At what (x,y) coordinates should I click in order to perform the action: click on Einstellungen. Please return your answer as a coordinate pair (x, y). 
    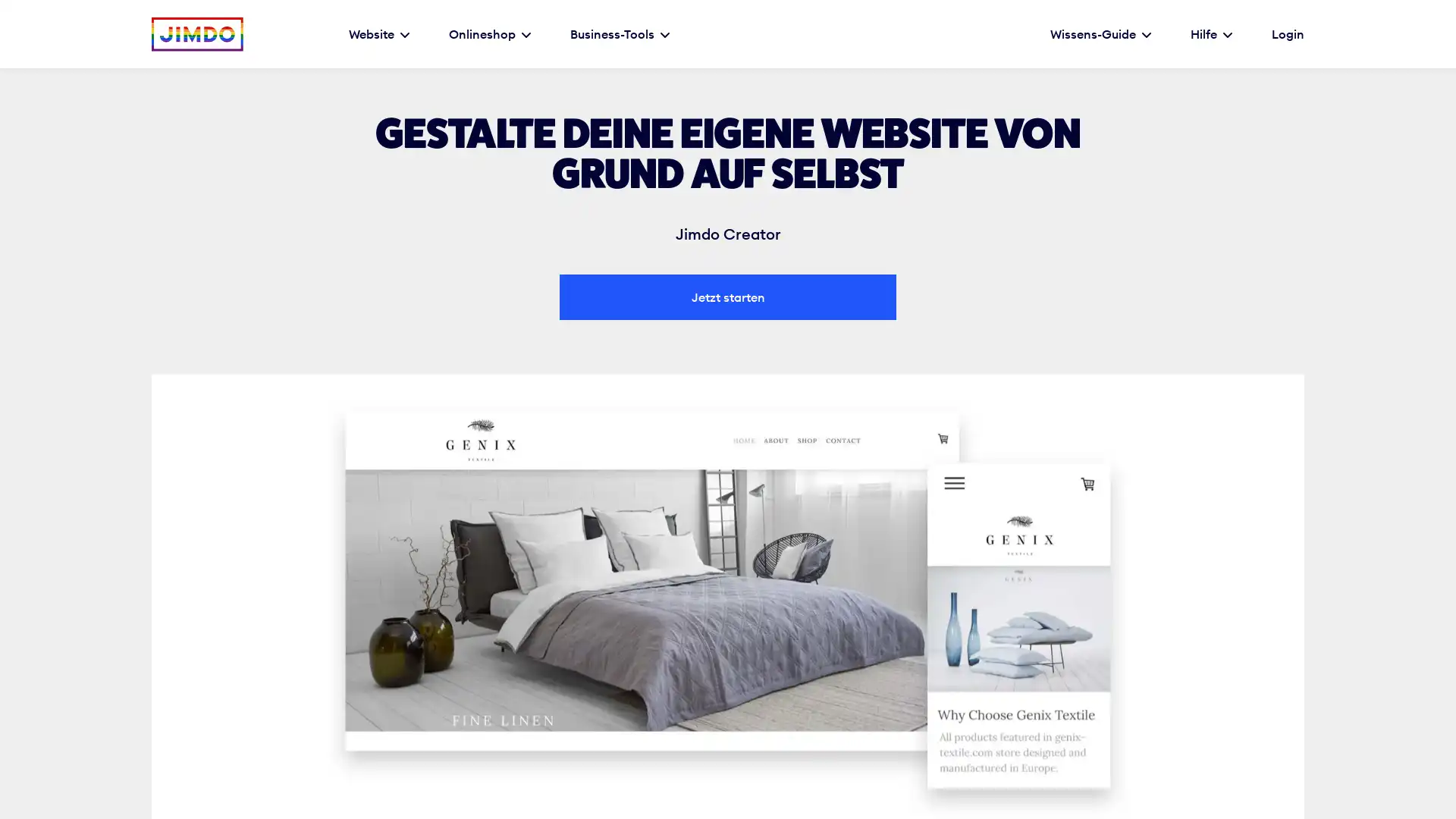
    Looking at the image, I should click on (205, 775).